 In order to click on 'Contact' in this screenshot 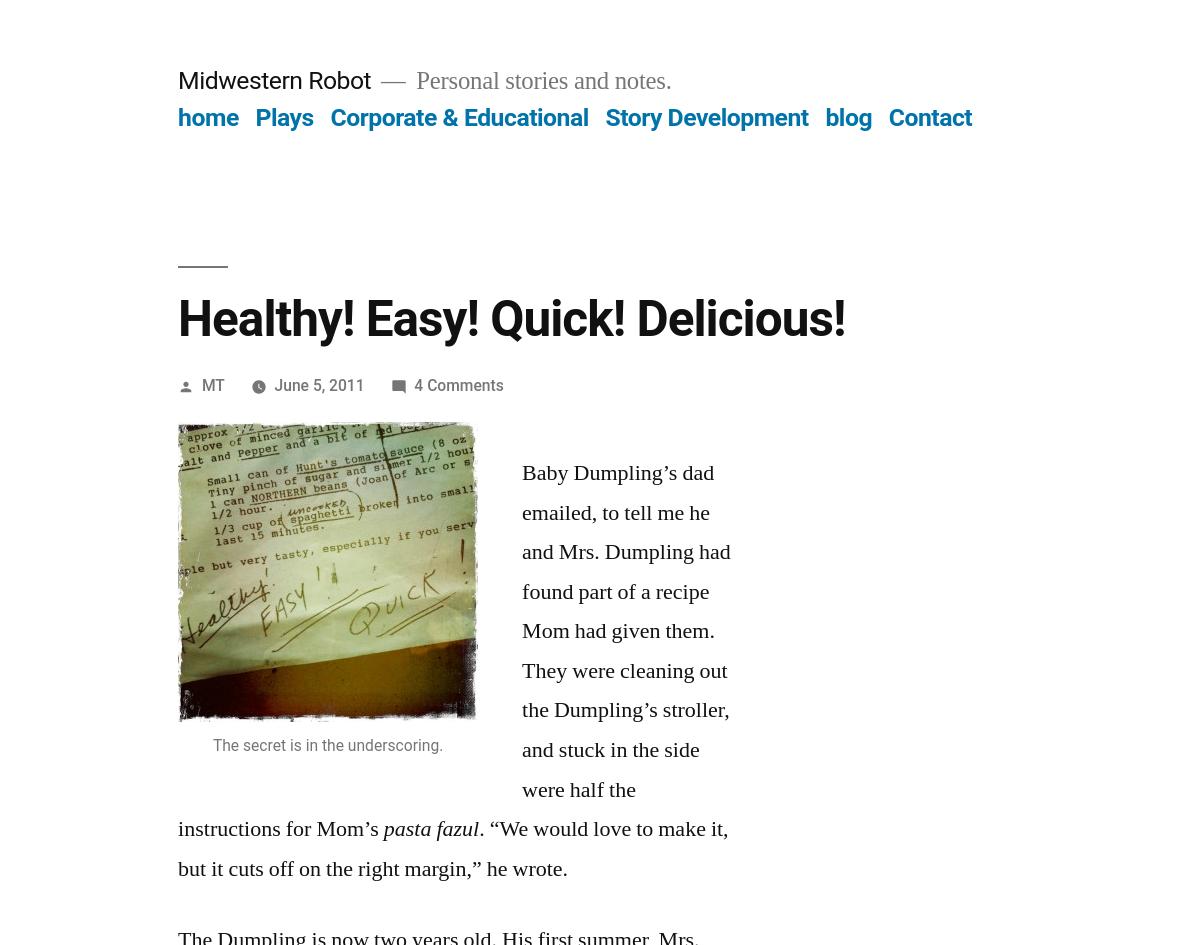, I will do `click(887, 116)`.